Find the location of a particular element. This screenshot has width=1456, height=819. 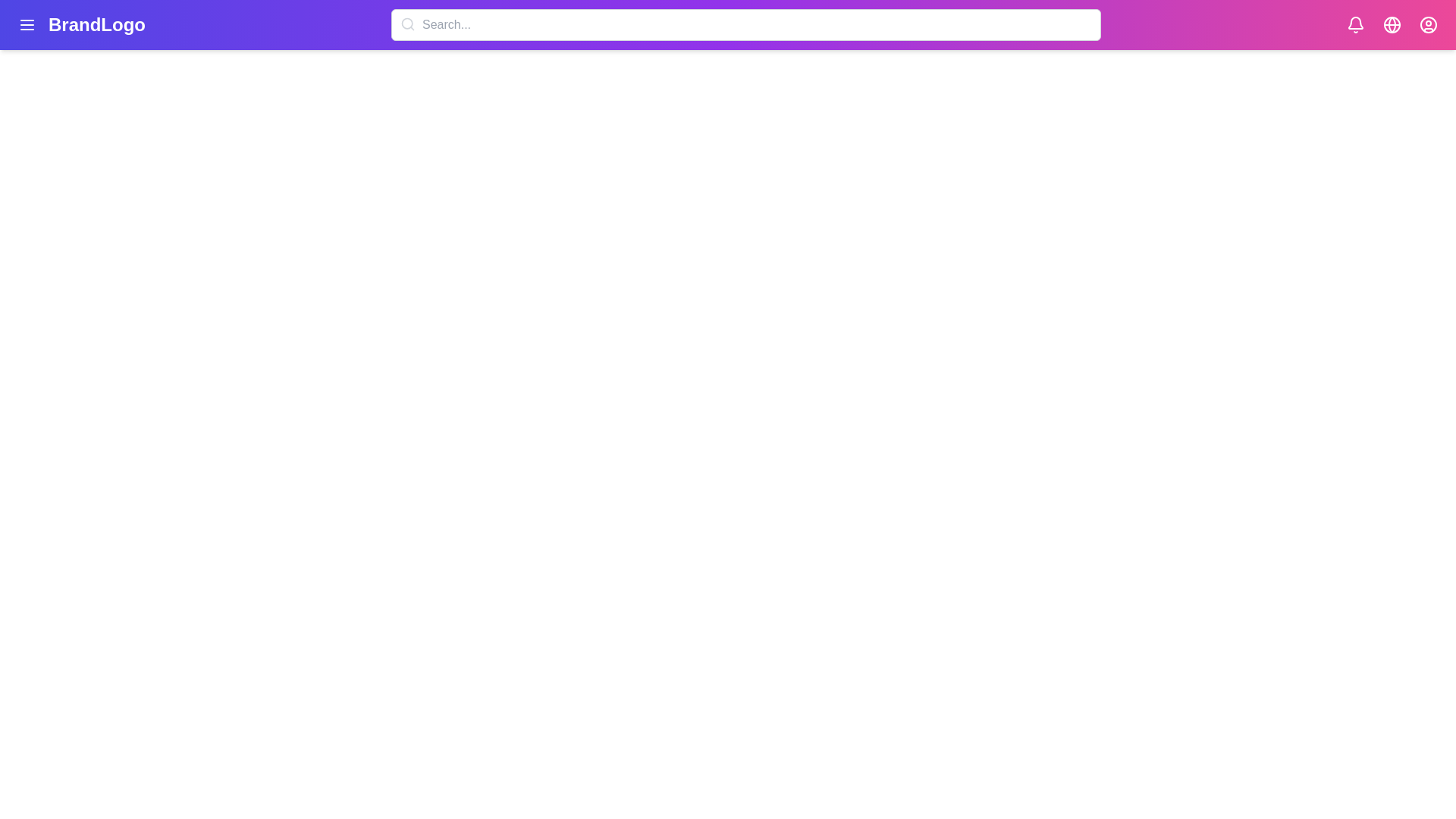

the SVG Circle Element that represents the search icon, located in the top-left corner of the search bar area is located at coordinates (407, 24).